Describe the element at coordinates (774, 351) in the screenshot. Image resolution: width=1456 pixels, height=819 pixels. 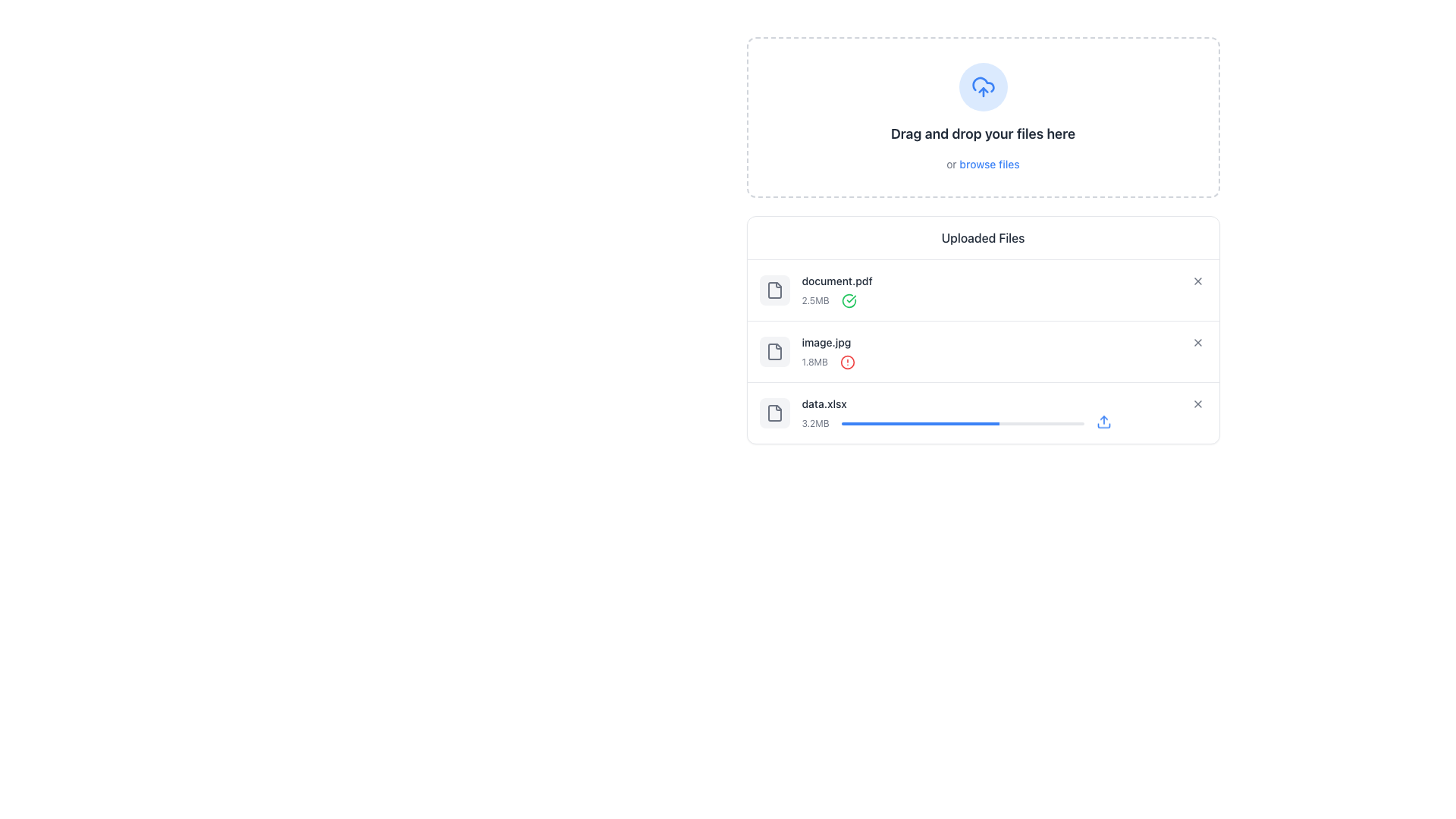
I see `the small rounded square icon with a light gray background and a document graphic, which is positioned to the left of the uploaded file named 'image.jpg'` at that location.